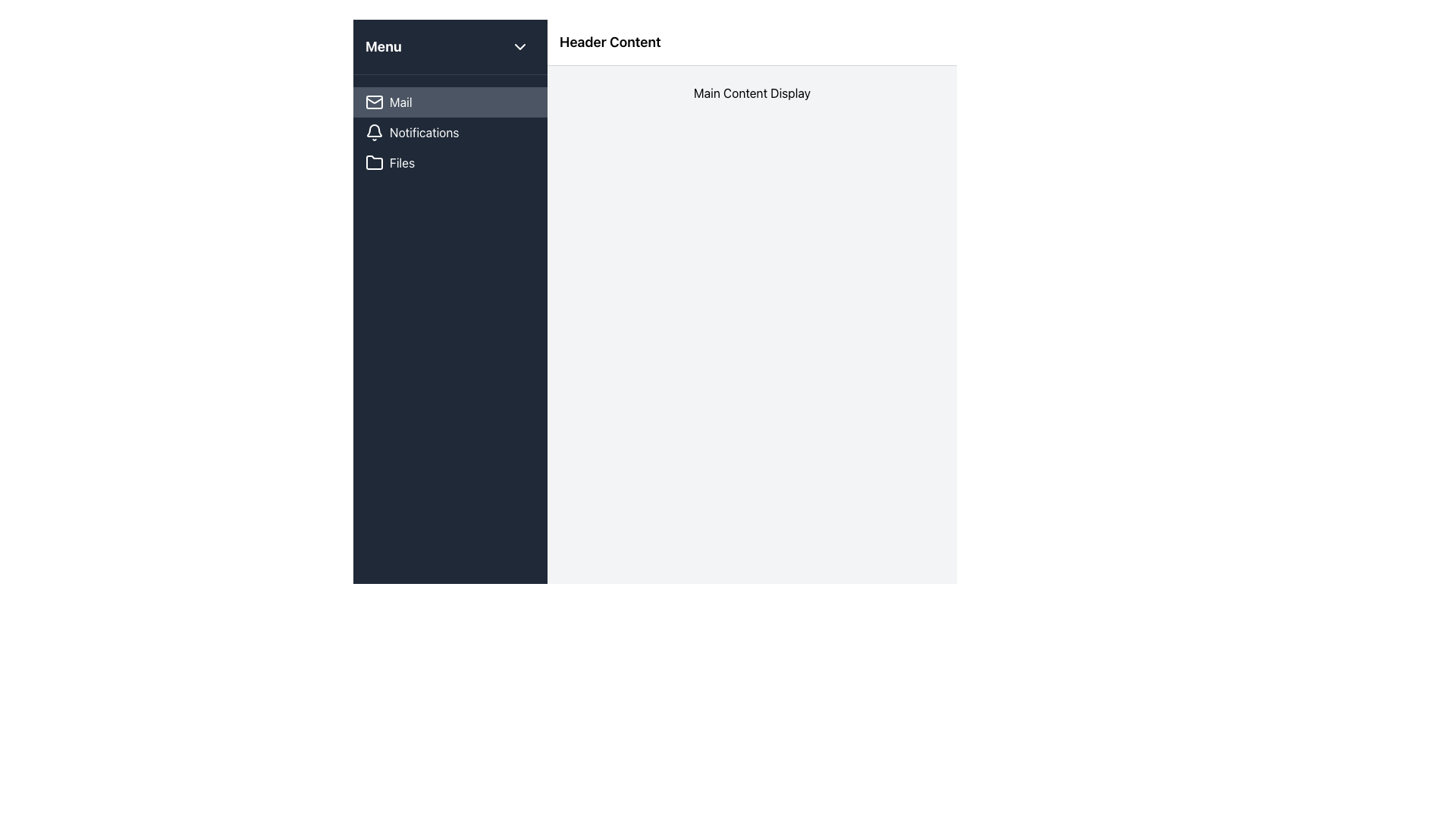 Image resolution: width=1456 pixels, height=819 pixels. I want to click on the 'Mail' icon in the left sidebar menu, which visually represents email functionality and is located to the left of the 'Mail' text label, so click(375, 102).